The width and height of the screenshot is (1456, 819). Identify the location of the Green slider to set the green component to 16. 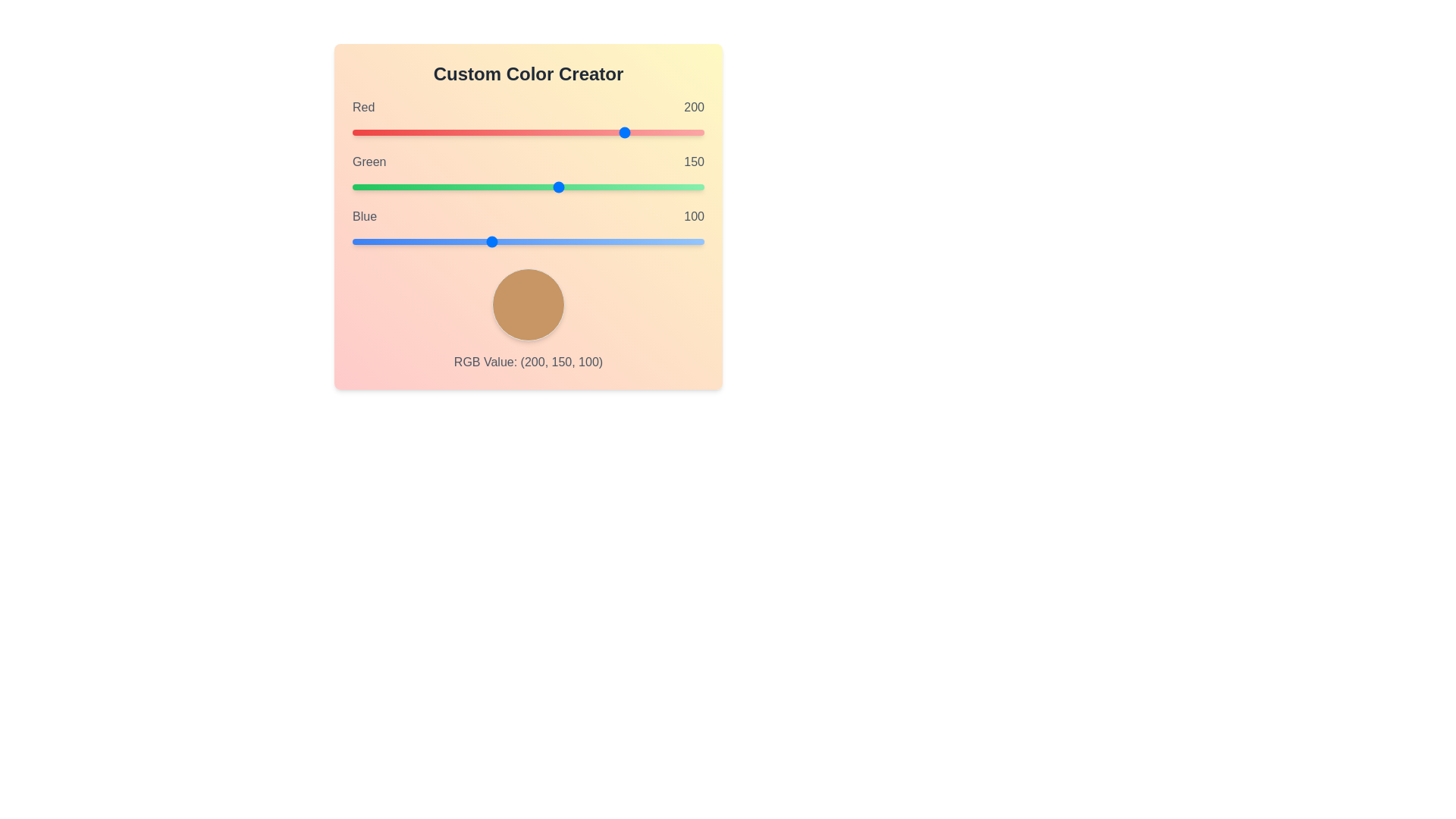
(375, 186).